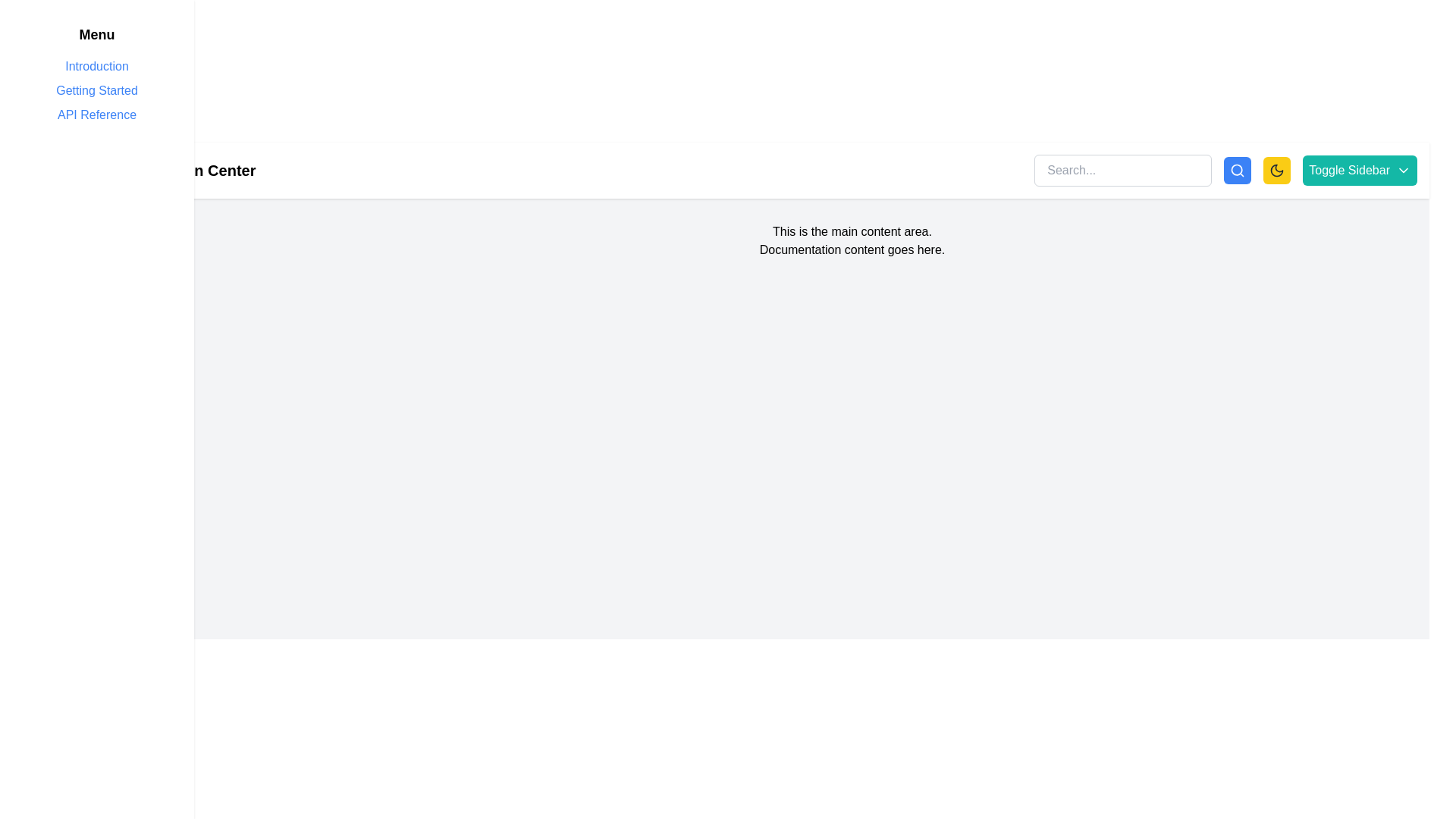 This screenshot has height=819, width=1456. I want to click on the static text label that reads 'This is the main content area.' which is located at the top of the main content area, above the documentation content, so click(852, 231).